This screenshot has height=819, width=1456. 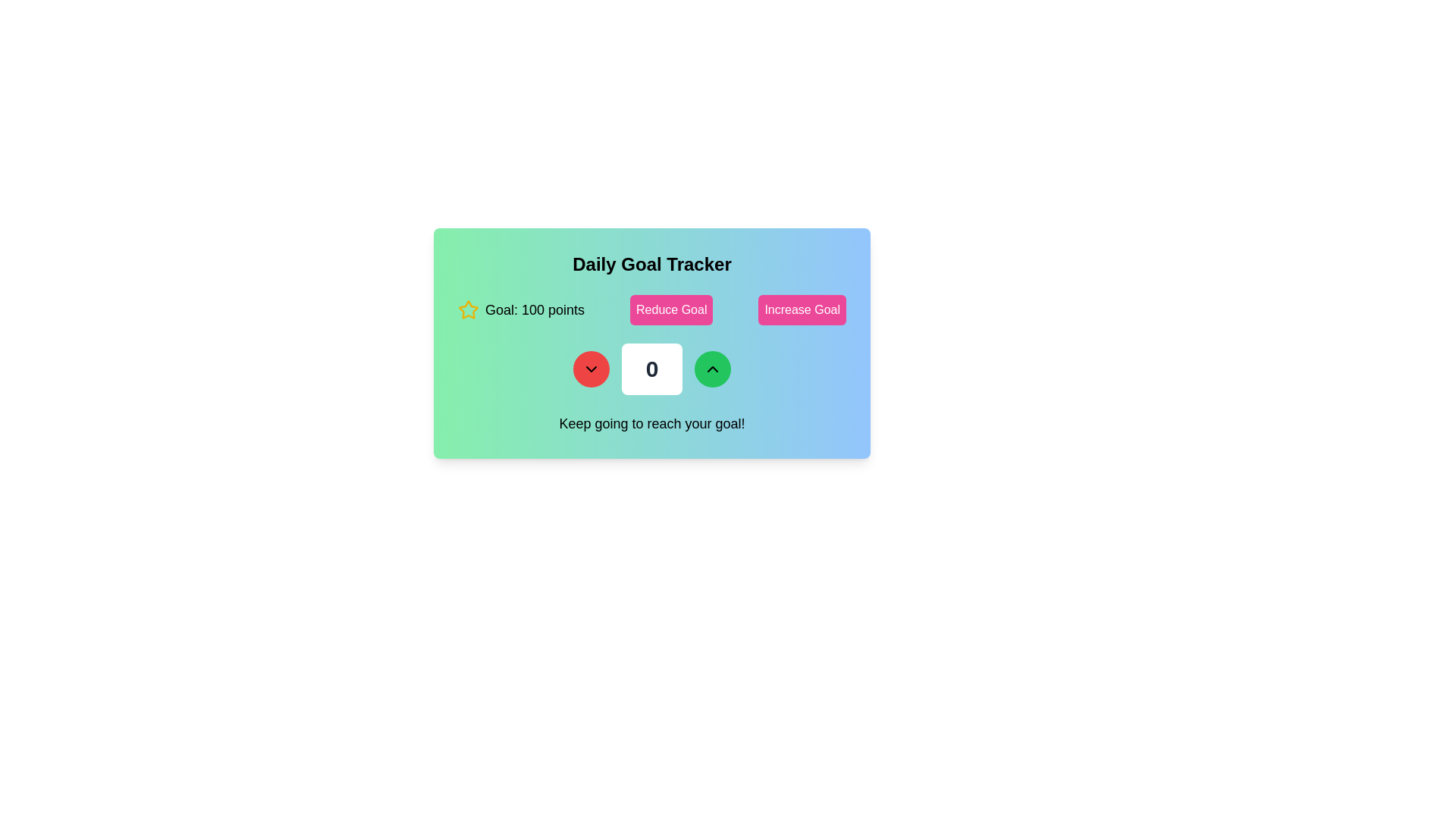 What do you see at coordinates (535, 309) in the screenshot?
I see `the Text Display element that shows the current user goal, specifically the target points to be reached, located immediately to the right of a small yellow star icon` at bounding box center [535, 309].